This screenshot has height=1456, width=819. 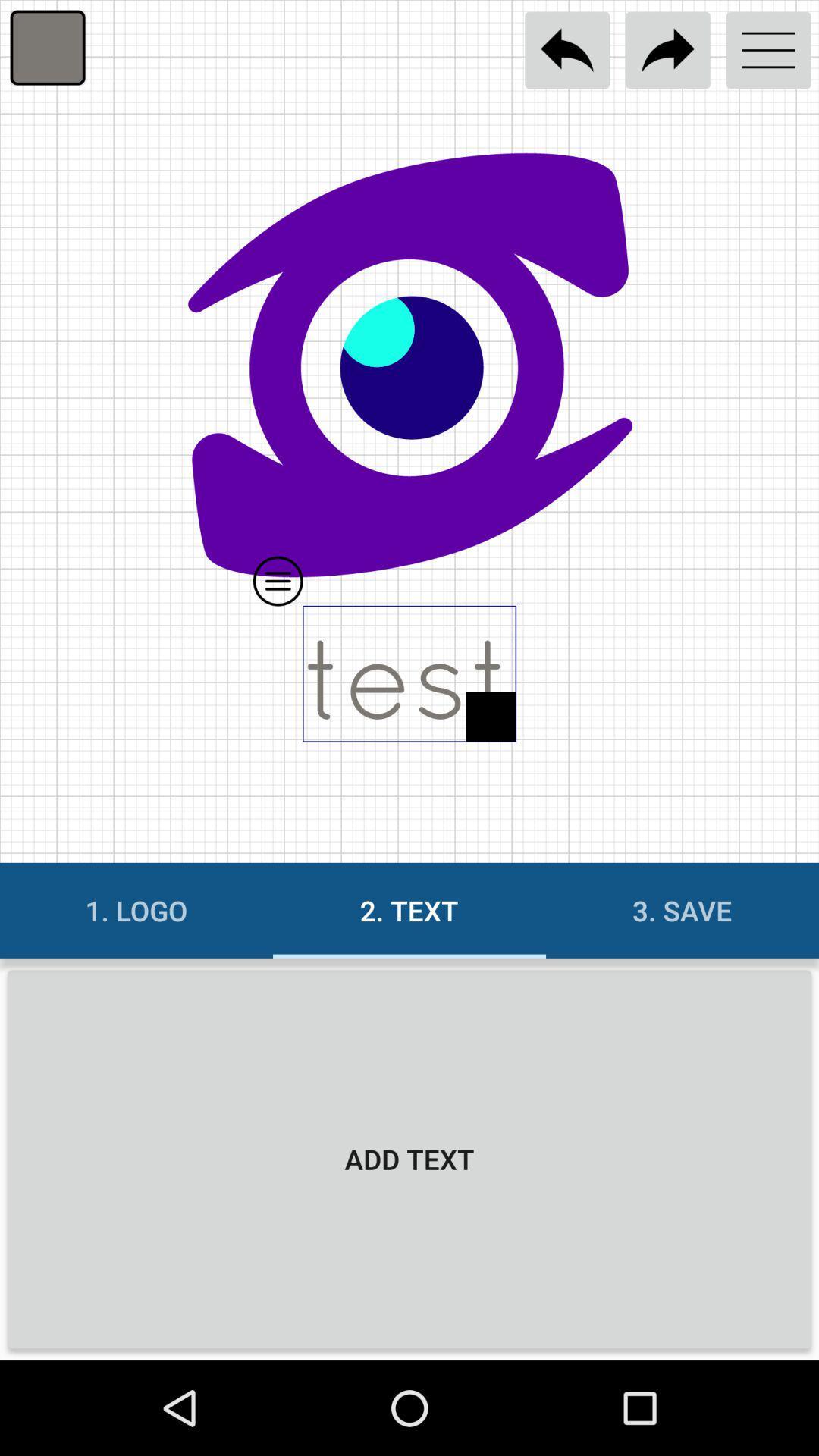 What do you see at coordinates (567, 50) in the screenshot?
I see `undo changes` at bounding box center [567, 50].